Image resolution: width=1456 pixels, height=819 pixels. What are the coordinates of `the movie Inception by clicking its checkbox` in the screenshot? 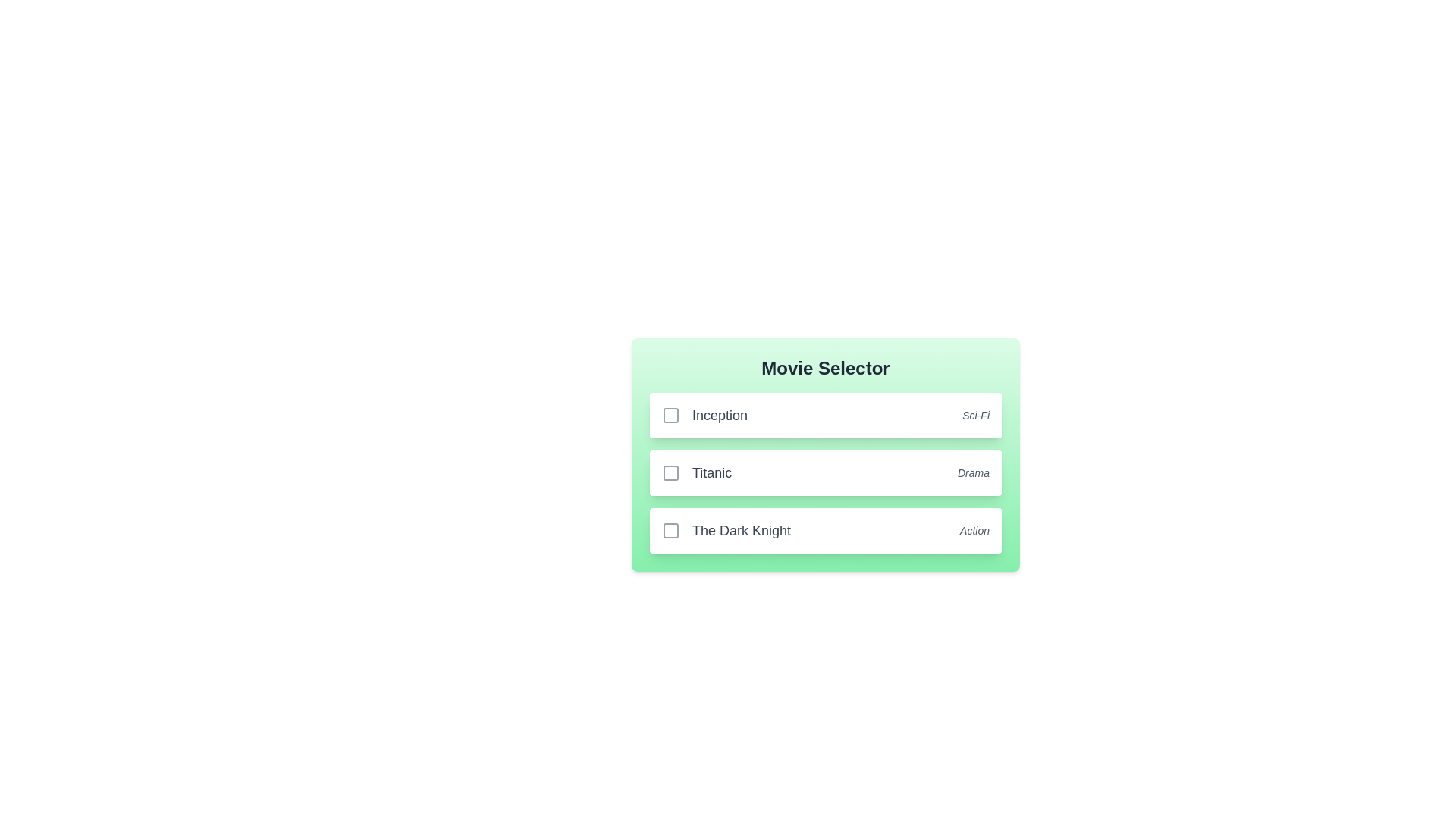 It's located at (670, 415).